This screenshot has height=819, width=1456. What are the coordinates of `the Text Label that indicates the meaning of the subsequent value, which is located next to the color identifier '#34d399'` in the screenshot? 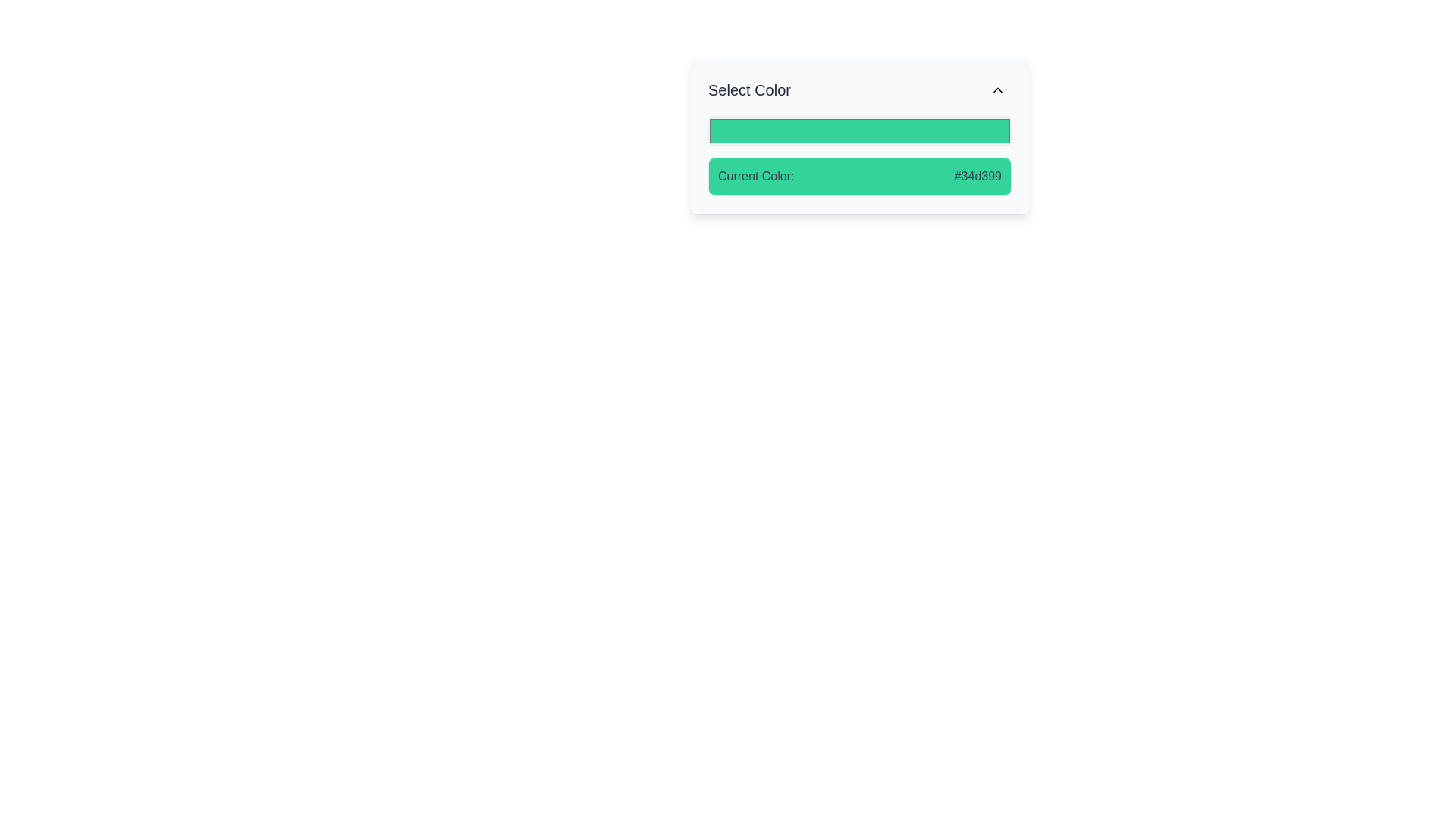 It's located at (756, 175).